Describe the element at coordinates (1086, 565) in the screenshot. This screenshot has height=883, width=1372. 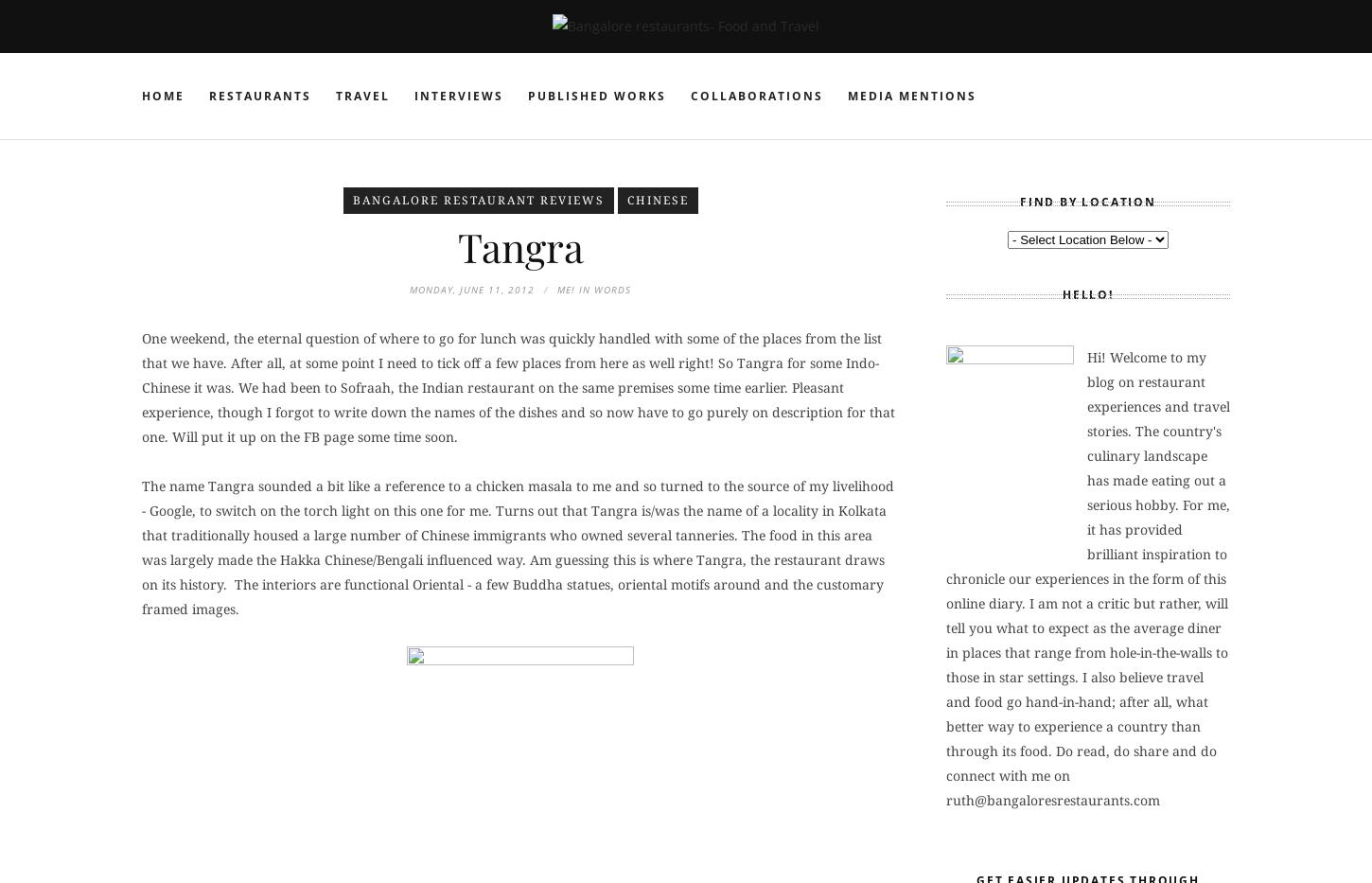
I see `'Hi! Welcome to my blog on restaurant experiences and travel stories. The country's culinary landscape has made eating out a serious hobby. For me, it has provided brilliant inspiration to chronicle our experiences in the form of this online diary. I am not a critic but rather, will tell you what to expect as the average diner in places that range from hole-in-the-walls to those in star settings. I also believe travel and food go hand-in-hand; after all, what better way to experience a country than through its food. Do read, do share and do connect with me on'` at that location.